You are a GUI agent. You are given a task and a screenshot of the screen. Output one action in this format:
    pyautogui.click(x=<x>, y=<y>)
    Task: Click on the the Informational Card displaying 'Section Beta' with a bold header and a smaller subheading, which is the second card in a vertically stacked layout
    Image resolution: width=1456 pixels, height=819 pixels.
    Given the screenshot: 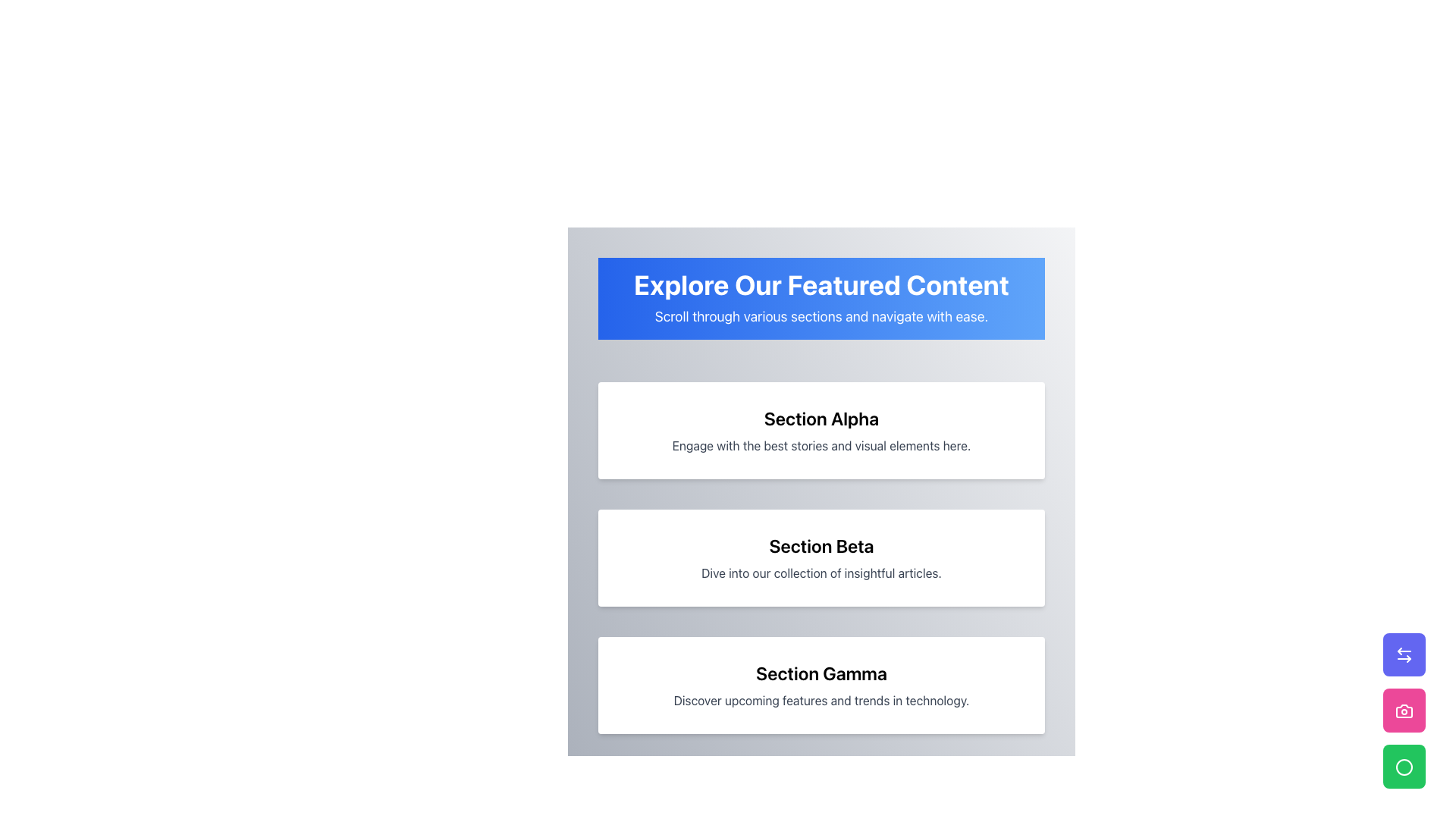 What is the action you would take?
    pyautogui.click(x=821, y=558)
    